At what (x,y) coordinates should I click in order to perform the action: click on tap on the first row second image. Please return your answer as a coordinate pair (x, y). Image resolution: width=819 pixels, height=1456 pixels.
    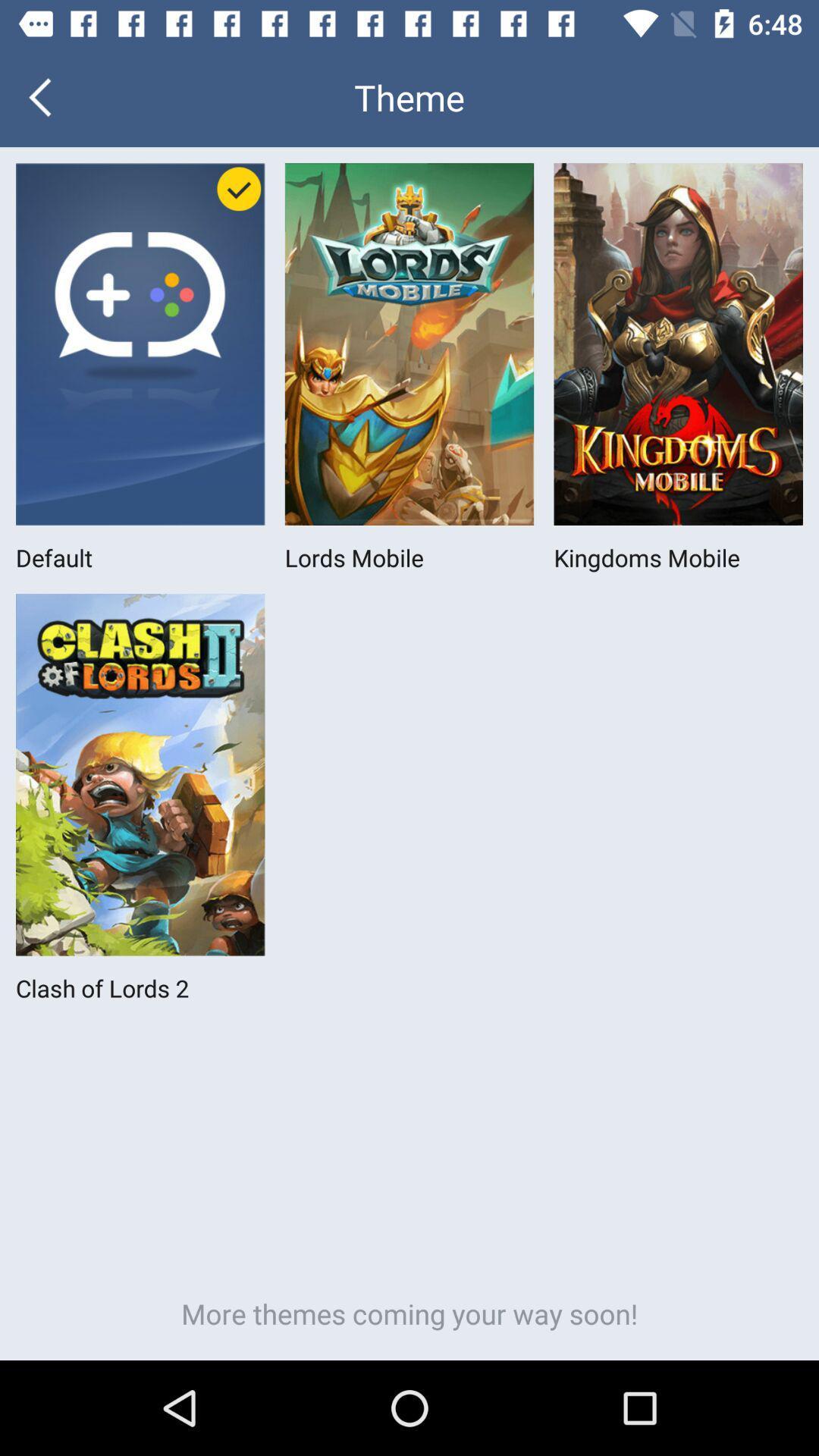
    Looking at the image, I should click on (409, 344).